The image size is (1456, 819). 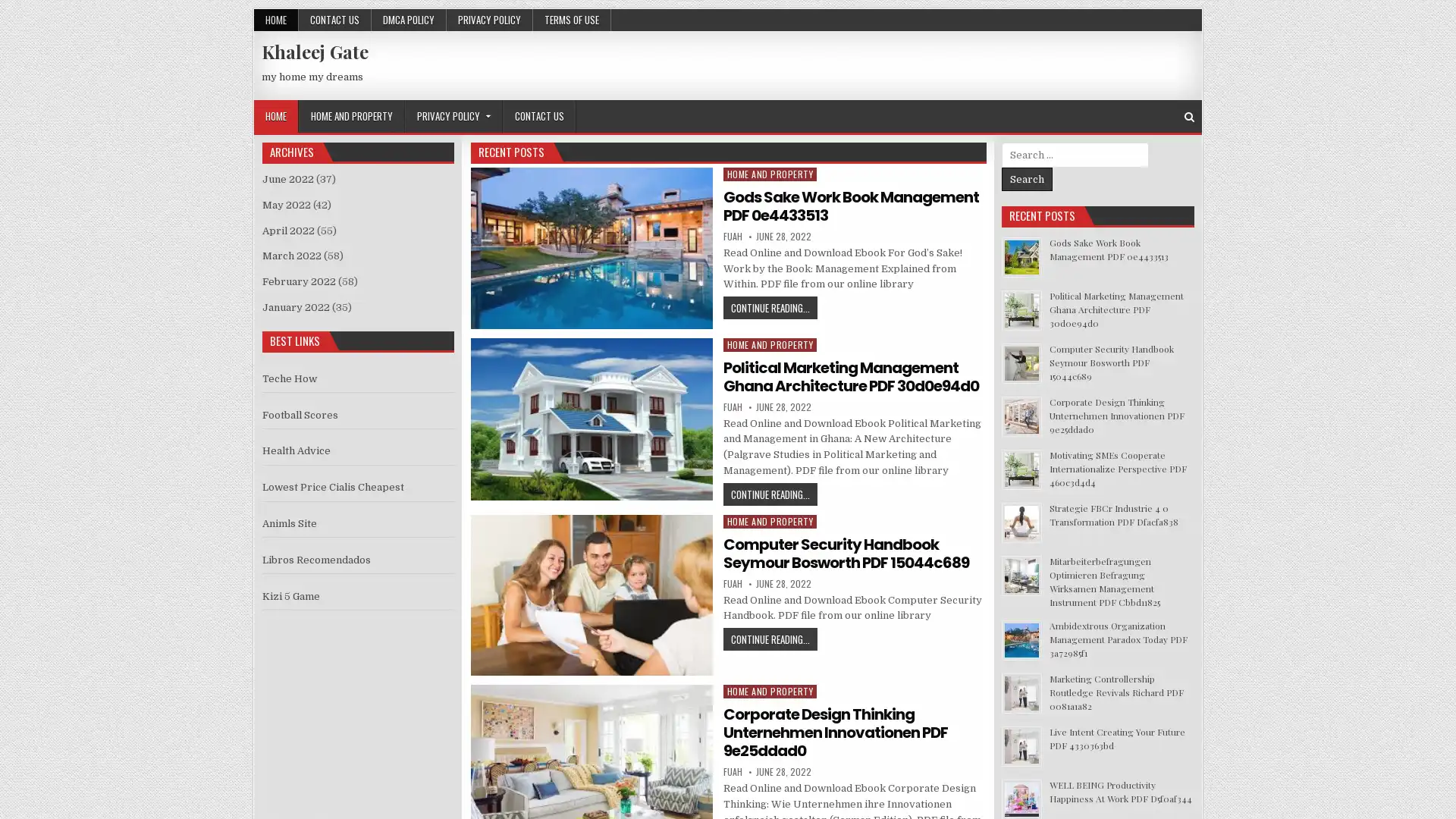 I want to click on Search, so click(x=1027, y=178).